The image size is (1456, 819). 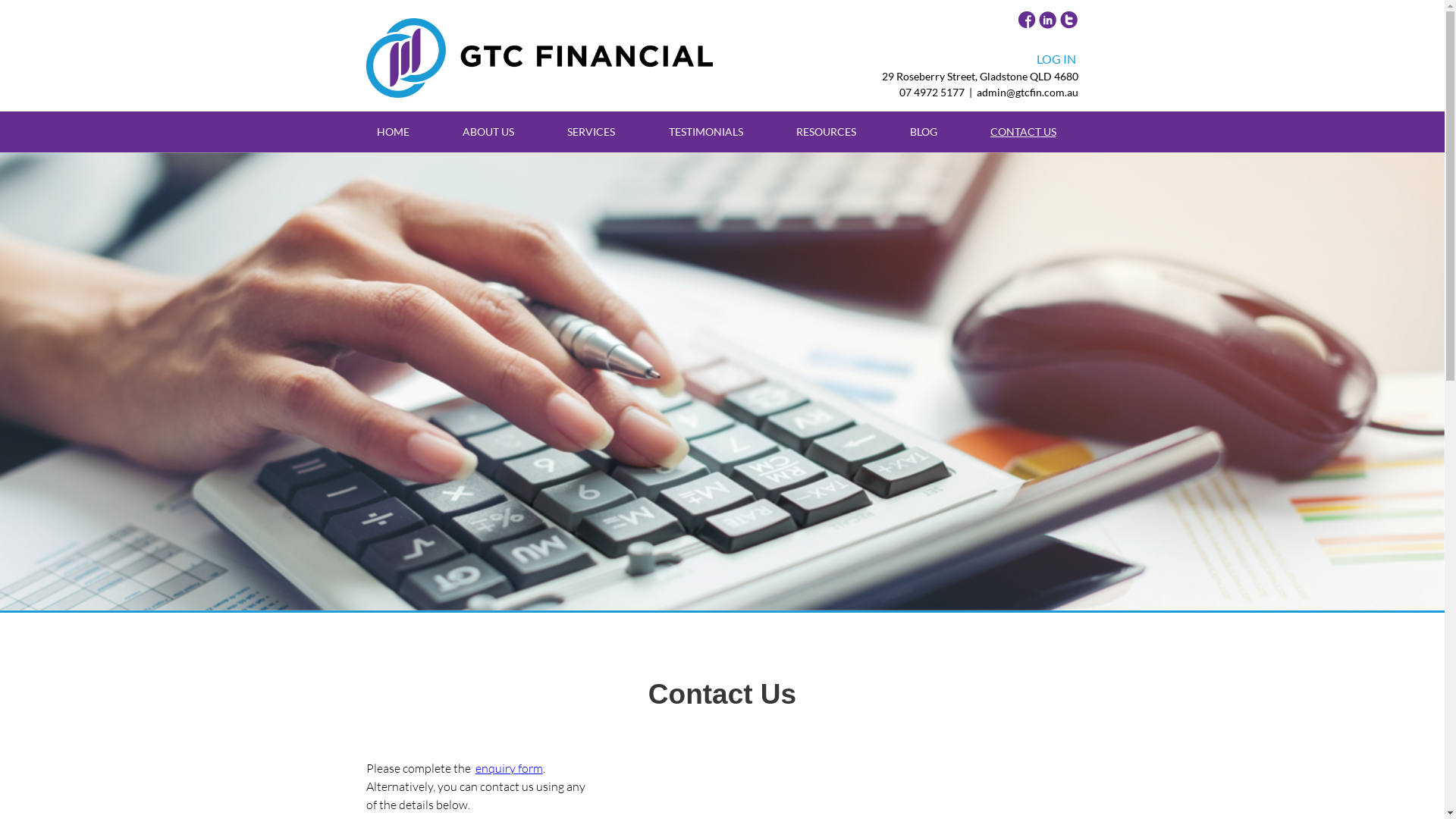 What do you see at coordinates (392, 130) in the screenshot?
I see `'HOME'` at bounding box center [392, 130].